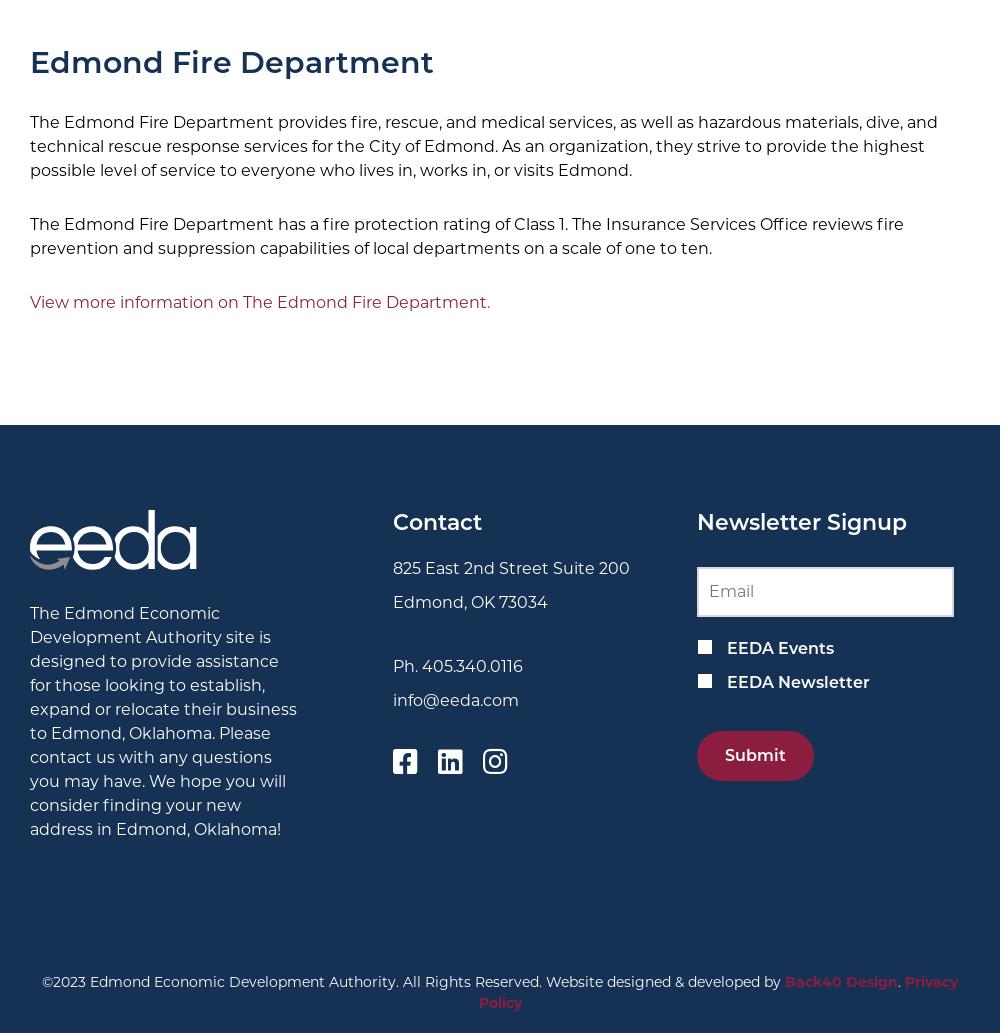 This screenshot has height=1033, width=1000. I want to click on 'EEDA Events', so click(779, 646).